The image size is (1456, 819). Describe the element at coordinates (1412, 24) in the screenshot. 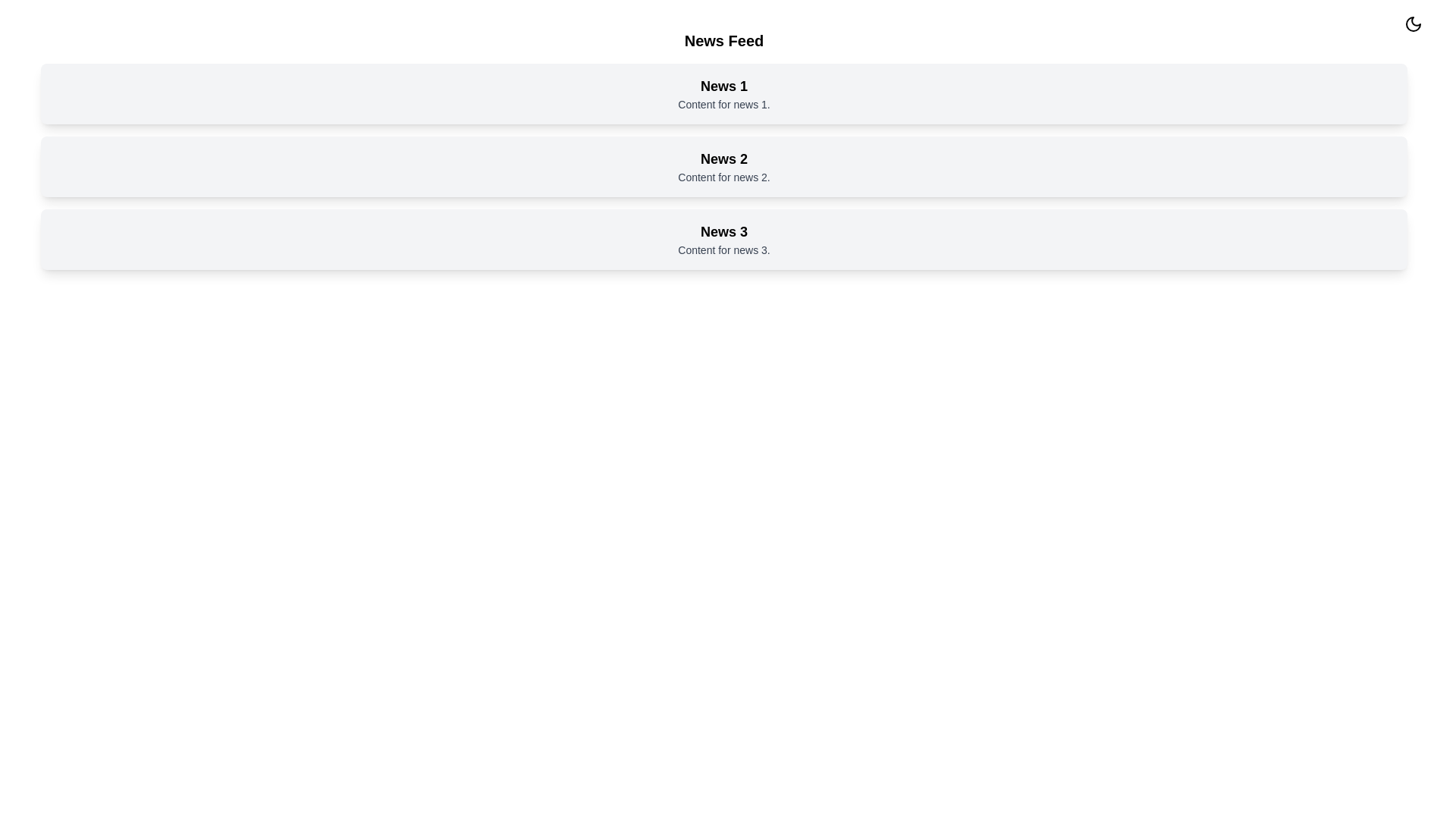

I see `the nighttime or dark mode icon located at the top-right corner of the interface` at that location.